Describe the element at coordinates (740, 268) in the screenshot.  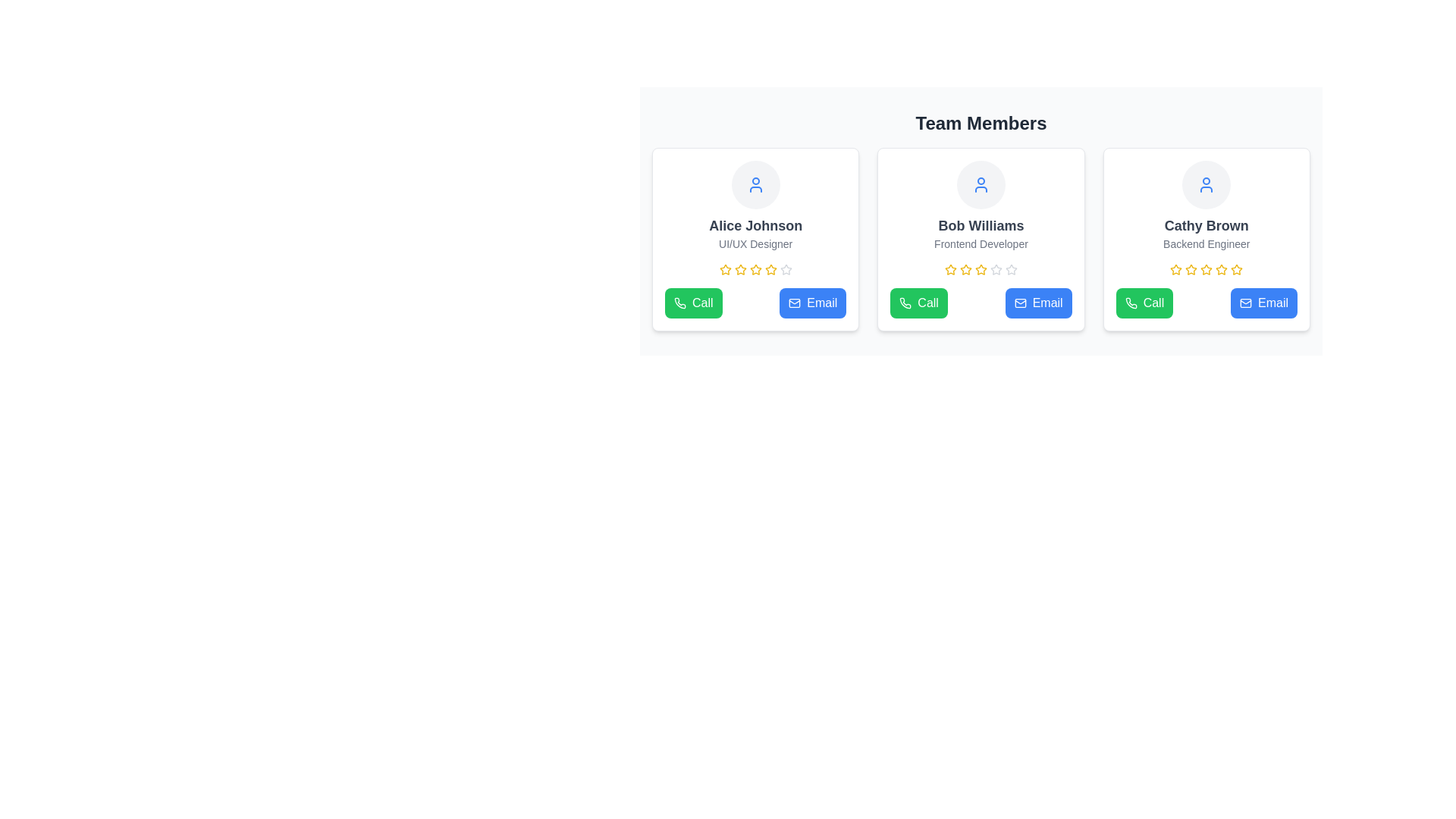
I see `the third star icon` at that location.